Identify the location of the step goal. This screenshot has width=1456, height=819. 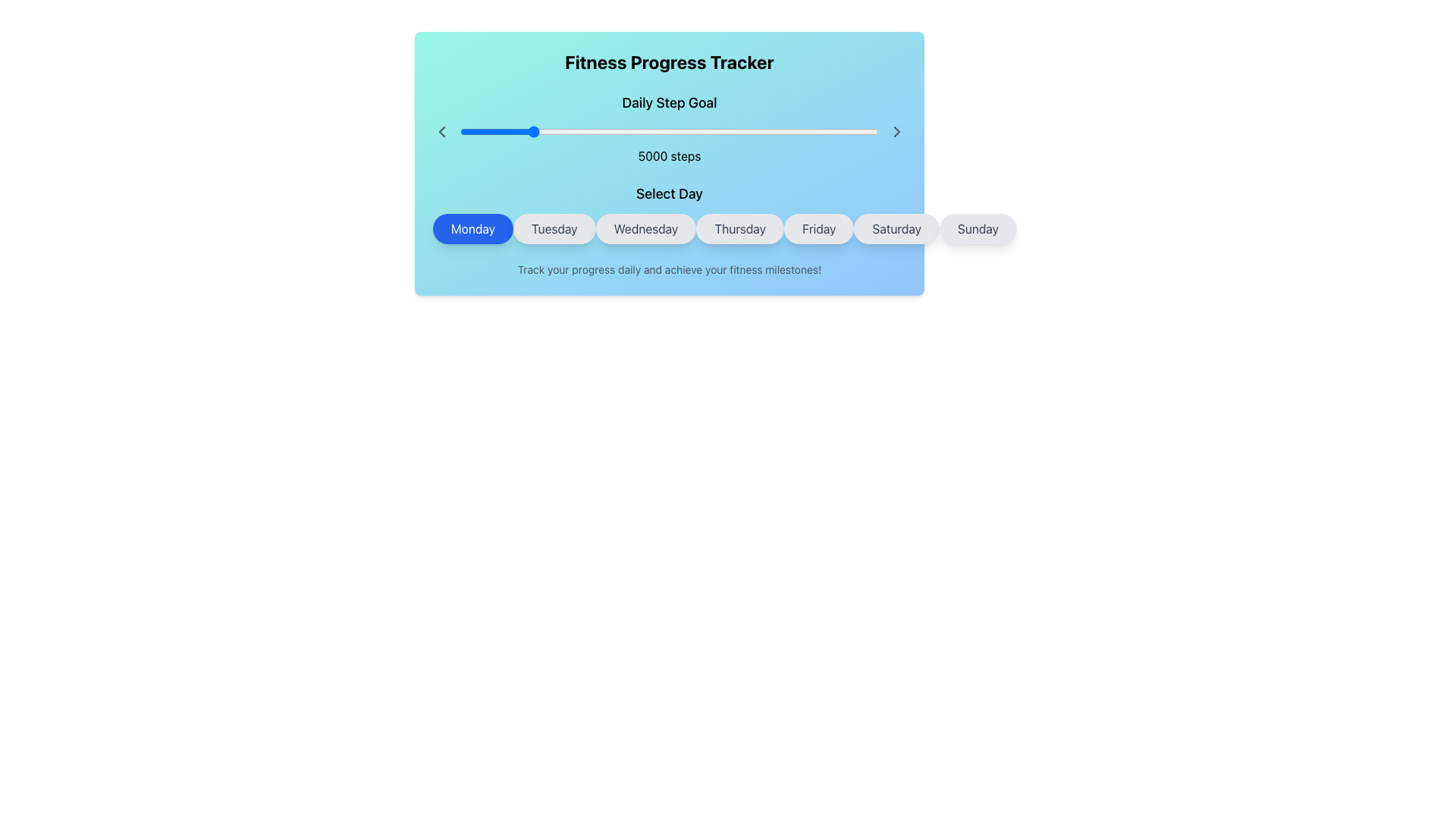
(755, 130).